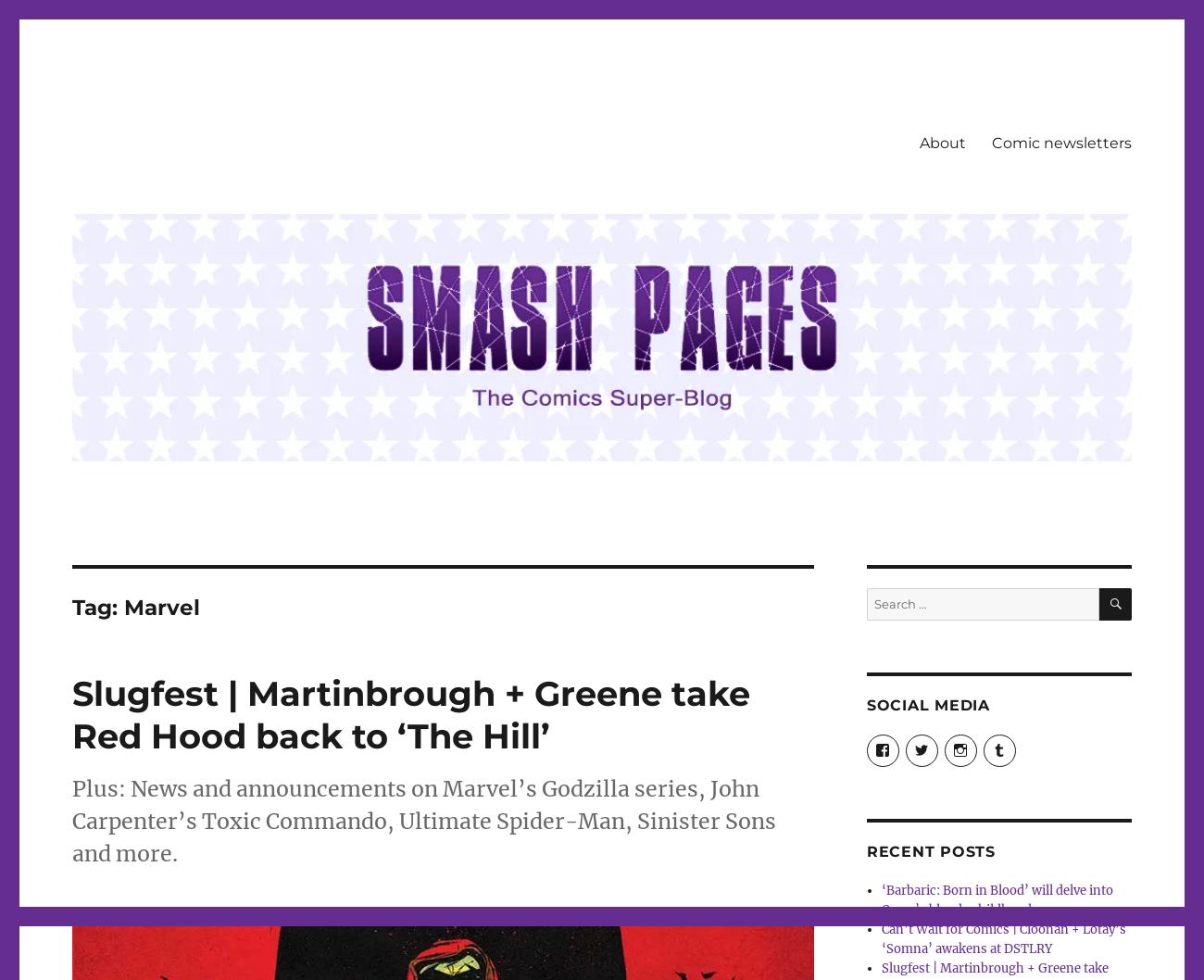 The image size is (1204, 980). I want to click on 'Tag:', so click(97, 606).